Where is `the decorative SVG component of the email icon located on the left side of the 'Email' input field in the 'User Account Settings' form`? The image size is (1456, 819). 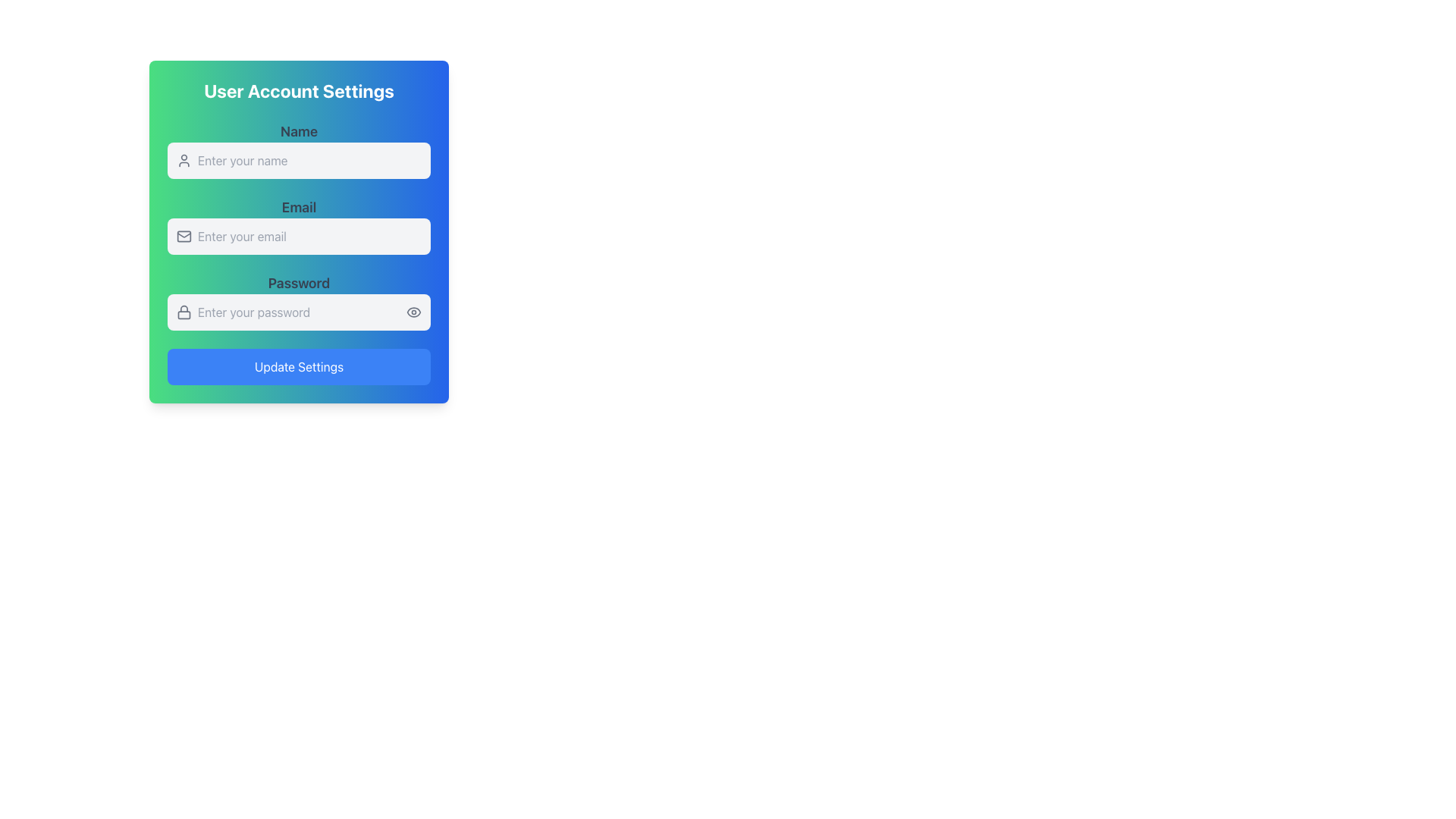
the decorative SVG component of the email icon located on the left side of the 'Email' input field in the 'User Account Settings' form is located at coordinates (184, 237).